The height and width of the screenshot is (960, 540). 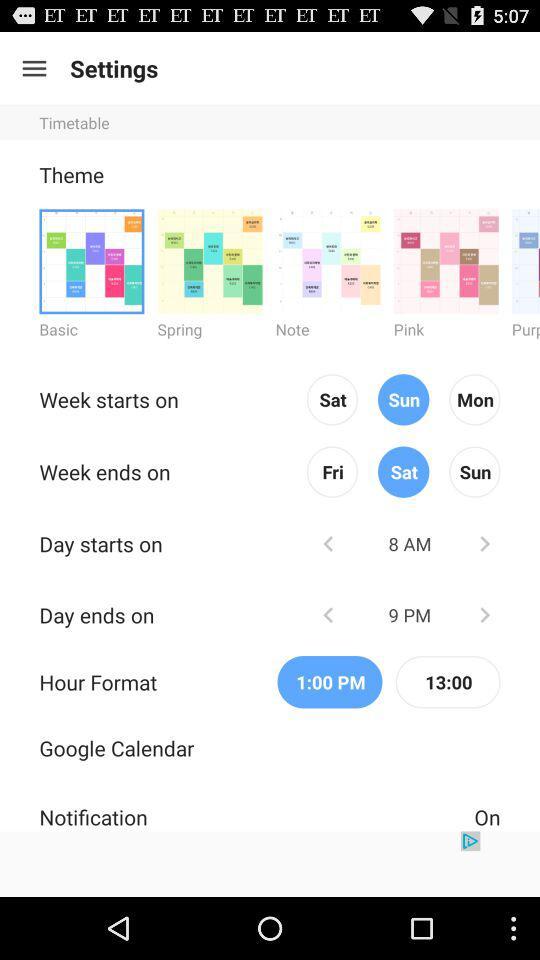 I want to click on the arrow_backward icon, so click(x=328, y=581).